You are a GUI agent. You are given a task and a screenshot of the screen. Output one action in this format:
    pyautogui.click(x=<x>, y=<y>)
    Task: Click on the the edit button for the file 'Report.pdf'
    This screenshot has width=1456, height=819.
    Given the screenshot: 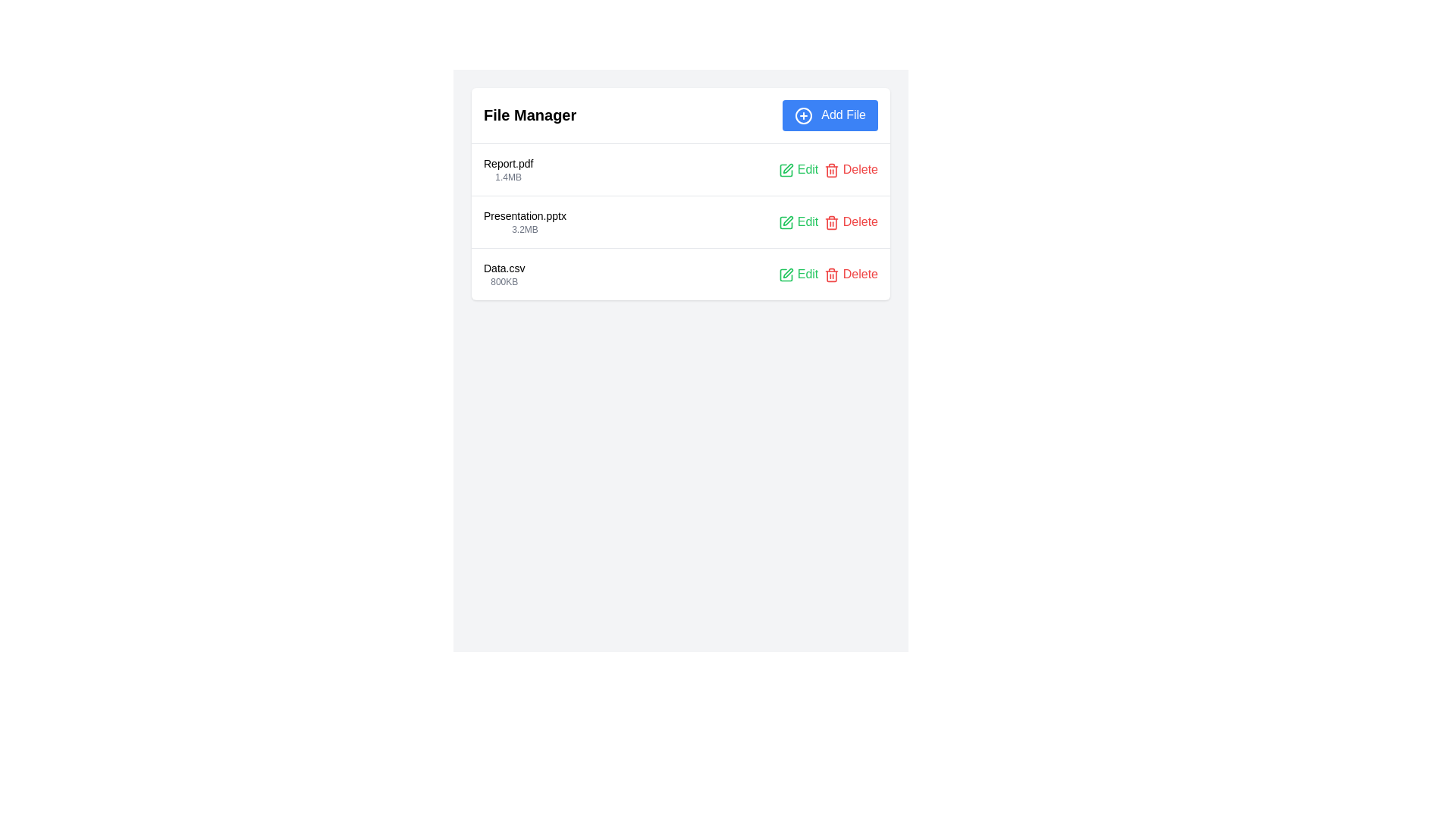 What is the action you would take?
    pyautogui.click(x=798, y=169)
    